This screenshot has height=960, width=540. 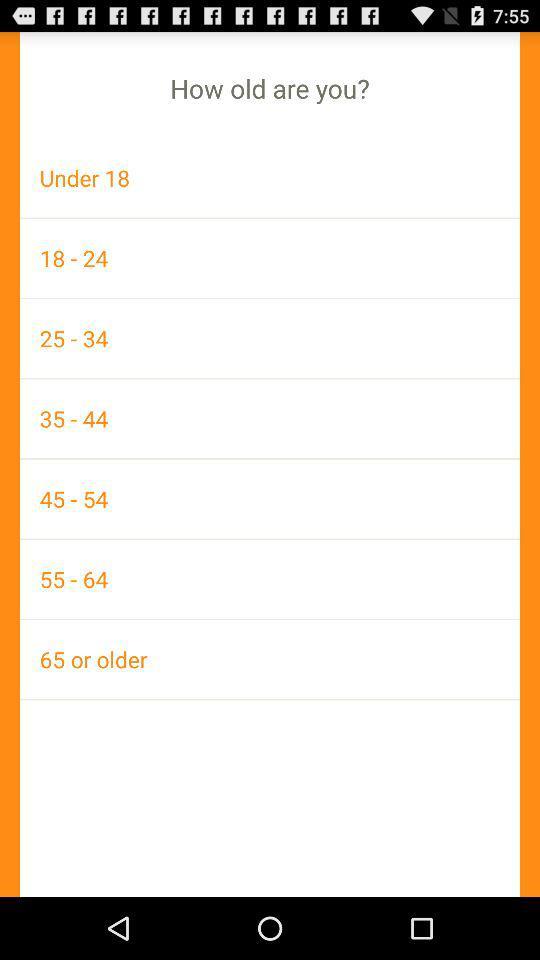 I want to click on the 65 or older app, so click(x=270, y=658).